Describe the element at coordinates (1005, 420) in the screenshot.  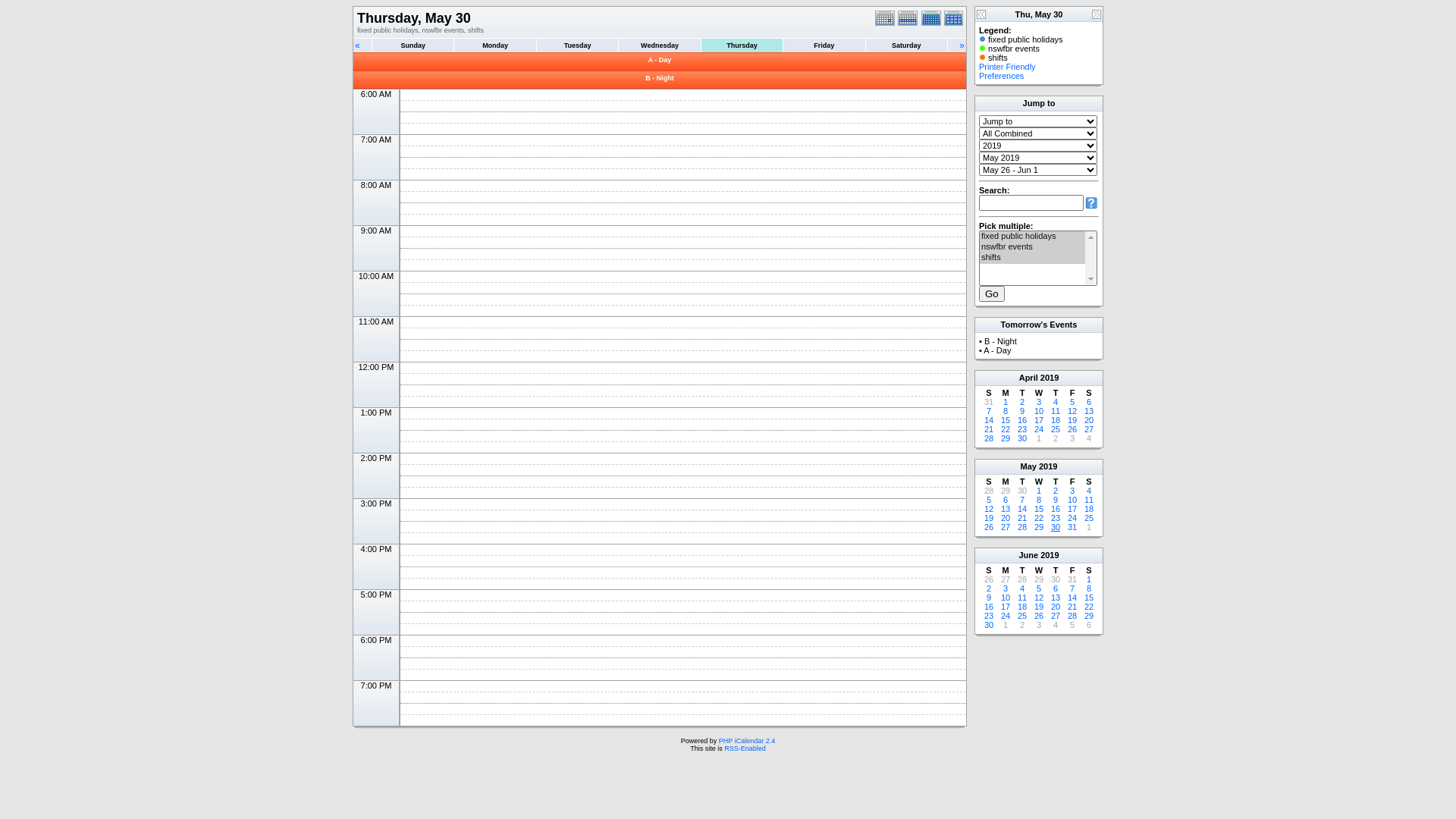
I see `'15'` at that location.